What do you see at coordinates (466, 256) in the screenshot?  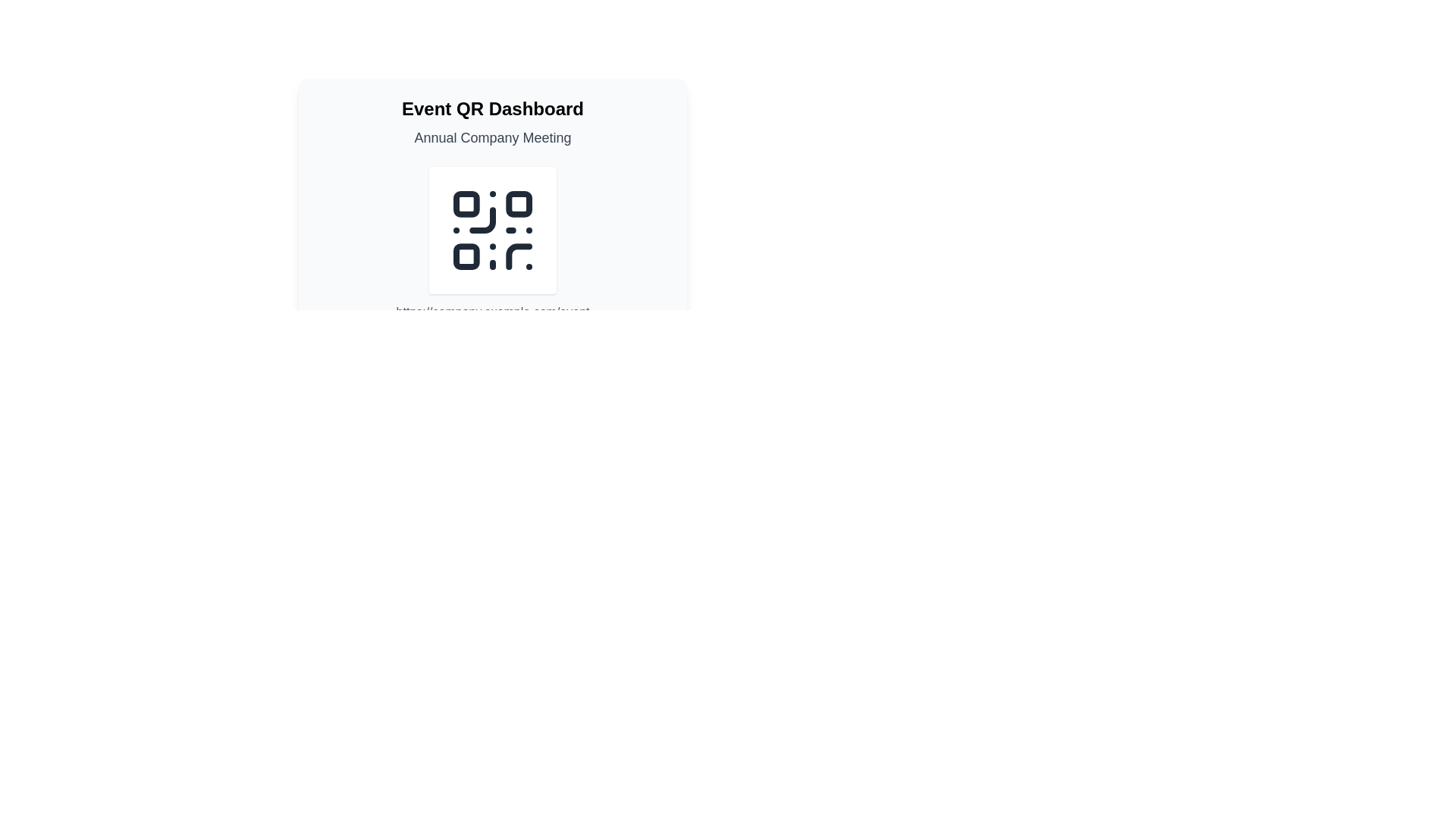 I see `the bottom-left rectangular component with rounded corners within the QR code graphic` at bounding box center [466, 256].